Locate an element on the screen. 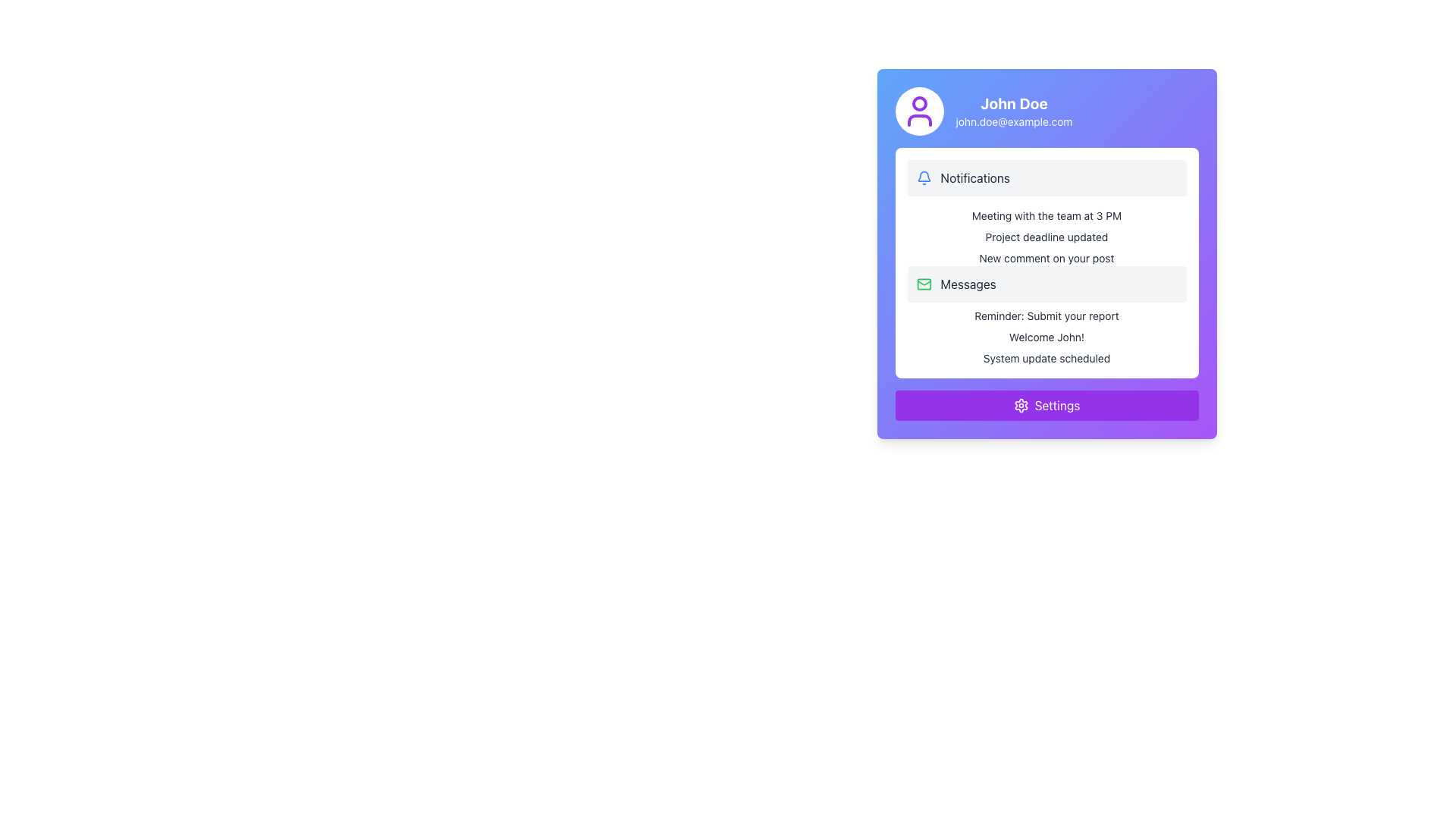  lower section of the circular profile icon graphic in the purple header of the user card by using developer tools is located at coordinates (918, 119).